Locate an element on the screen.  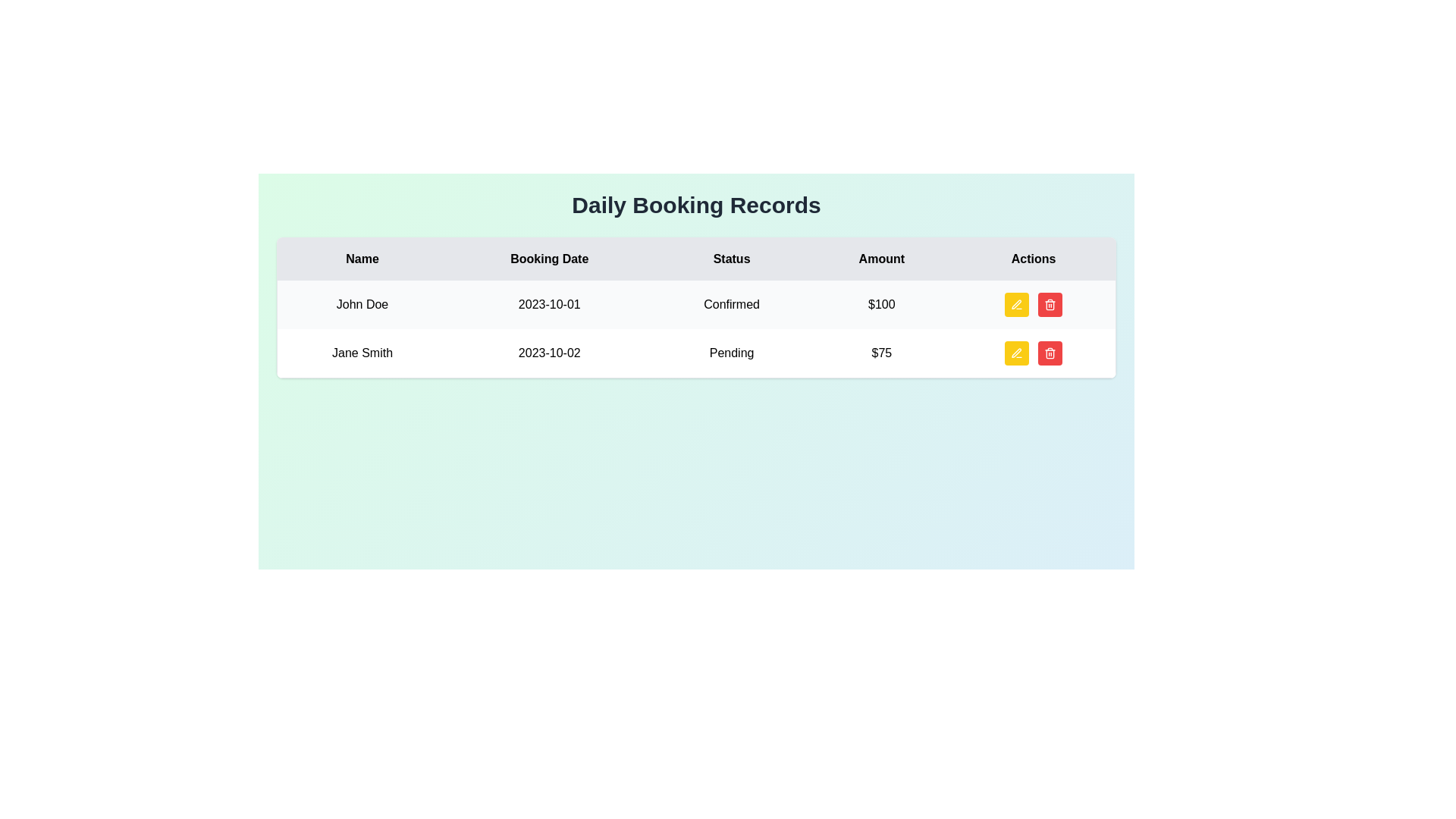
the pen icon button located in the Actions column of the second row is located at coordinates (1016, 353).